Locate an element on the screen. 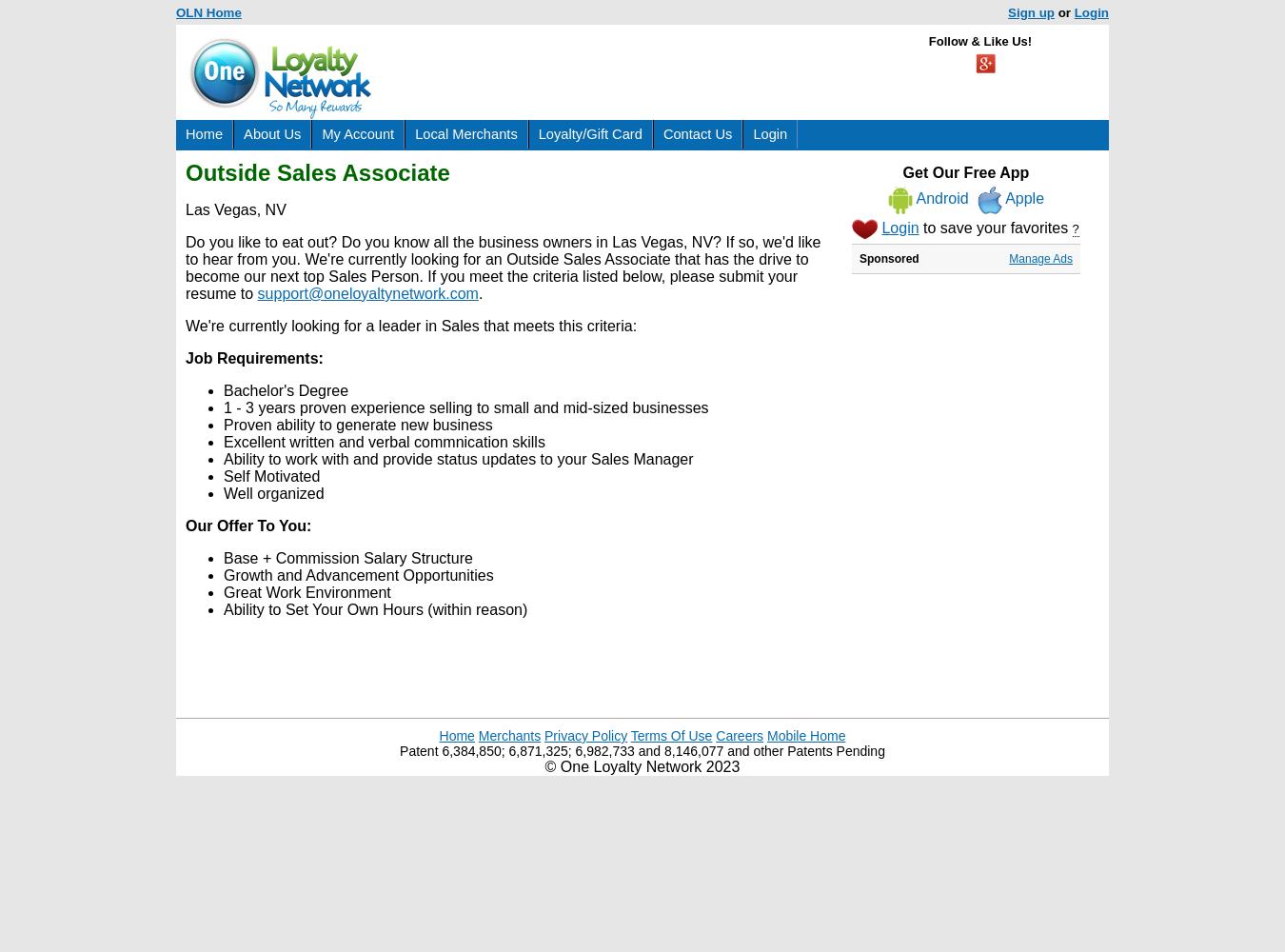 The width and height of the screenshot is (1285, 952). 'Patent 6,384,850; 6,871,325; 6,982,733 and 8,146,077 and other Patents Pending' is located at coordinates (642, 751).